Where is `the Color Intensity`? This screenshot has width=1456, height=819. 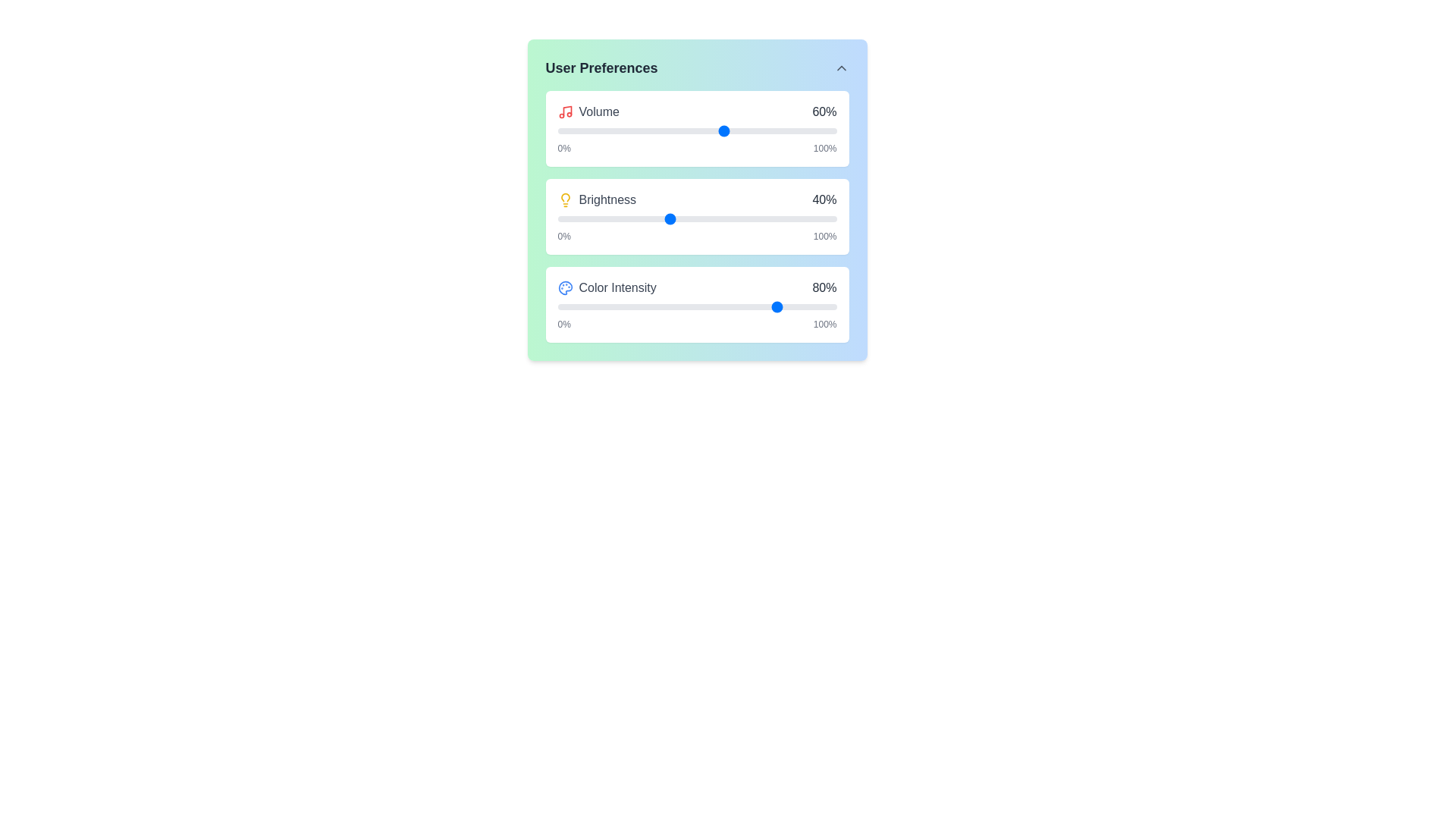 the Color Intensity is located at coordinates (721, 307).